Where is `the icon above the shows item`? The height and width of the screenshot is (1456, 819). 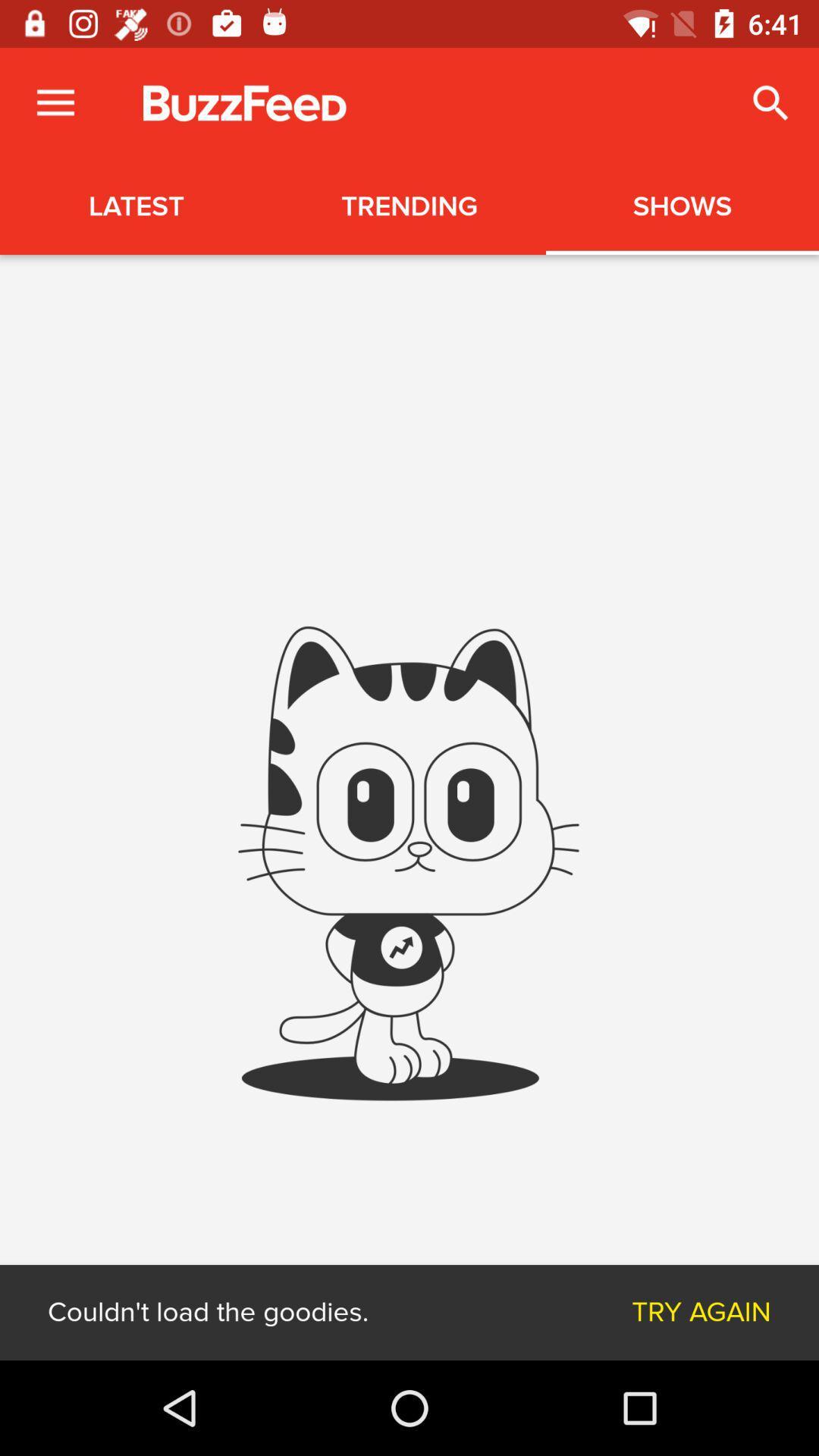
the icon above the shows item is located at coordinates (771, 102).